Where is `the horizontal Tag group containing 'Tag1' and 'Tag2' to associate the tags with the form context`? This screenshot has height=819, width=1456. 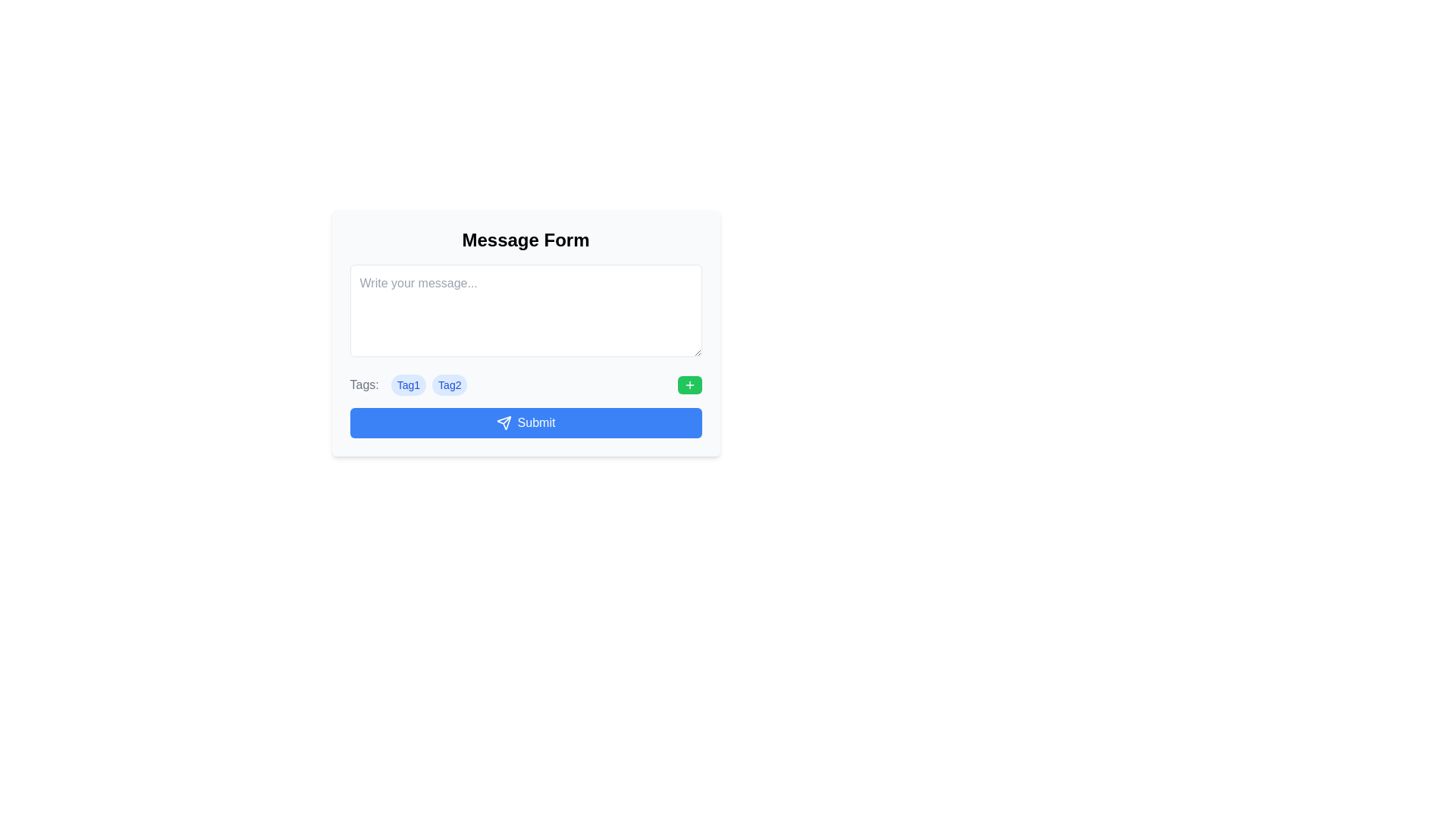 the horizontal Tag group containing 'Tag1' and 'Tag2' to associate the tags with the form context is located at coordinates (428, 384).